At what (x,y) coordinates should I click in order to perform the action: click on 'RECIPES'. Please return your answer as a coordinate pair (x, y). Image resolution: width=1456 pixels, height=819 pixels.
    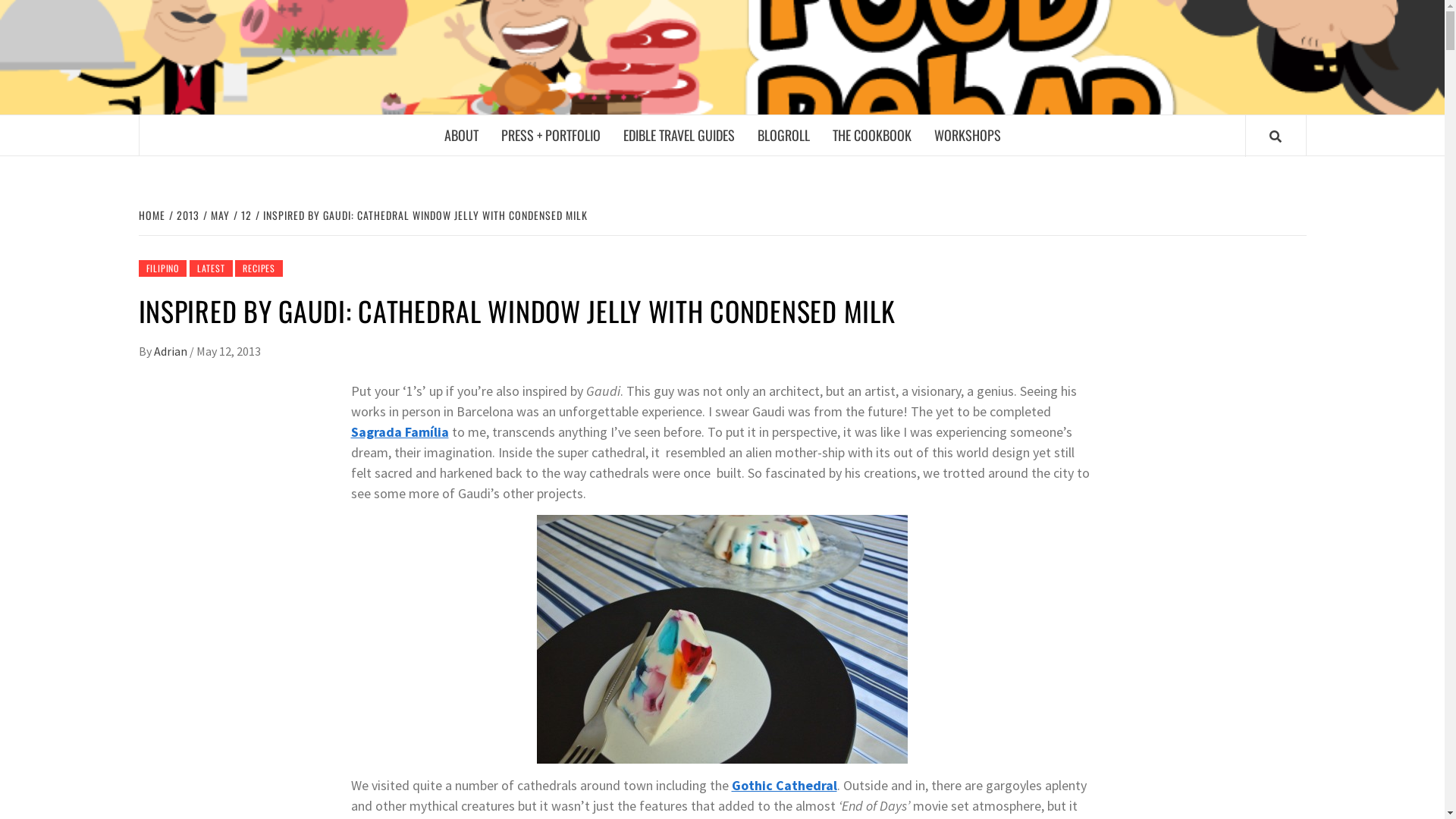
    Looking at the image, I should click on (259, 268).